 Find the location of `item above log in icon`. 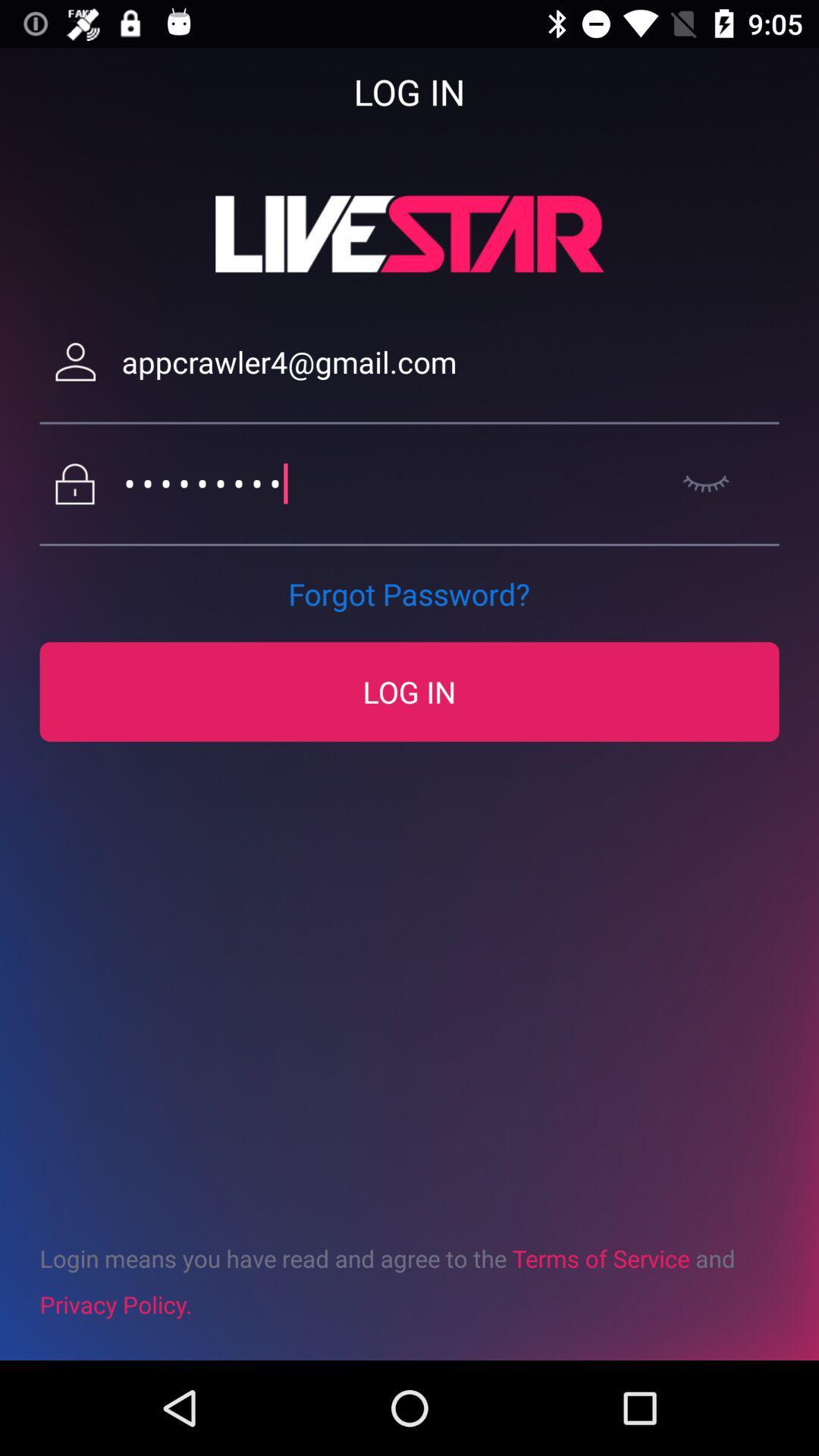

item above log in icon is located at coordinates (408, 593).